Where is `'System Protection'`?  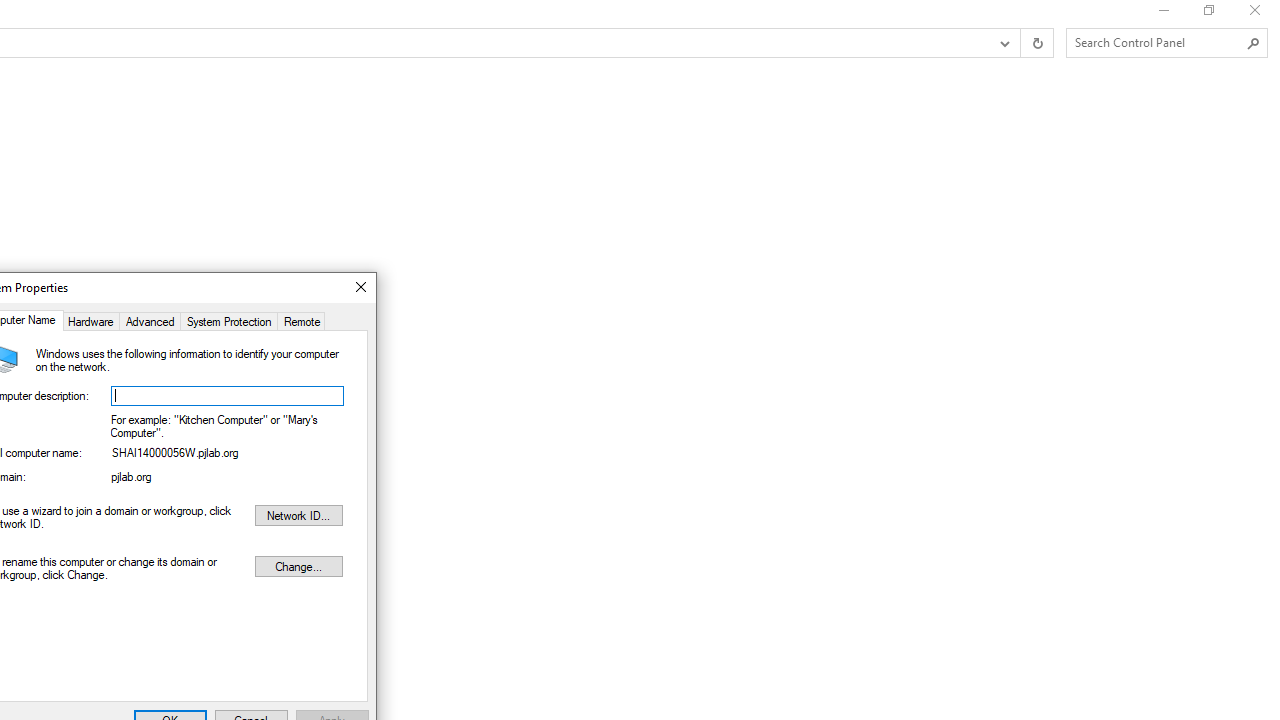
'System Protection' is located at coordinates (229, 319).